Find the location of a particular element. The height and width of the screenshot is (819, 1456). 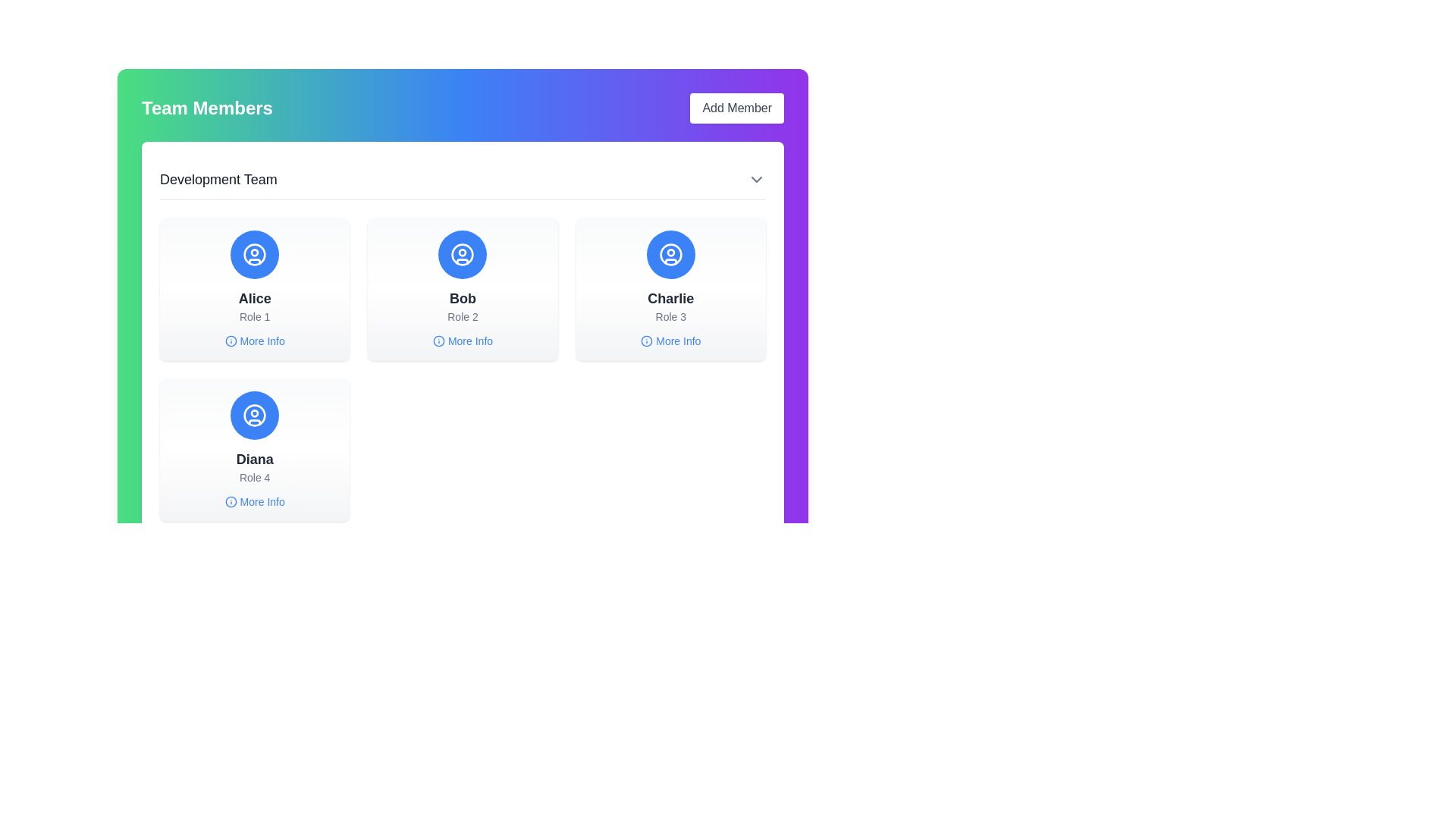

the blue text link labeled 'More Info' with an icon, located at the bottom center of a user profile card is located at coordinates (462, 341).